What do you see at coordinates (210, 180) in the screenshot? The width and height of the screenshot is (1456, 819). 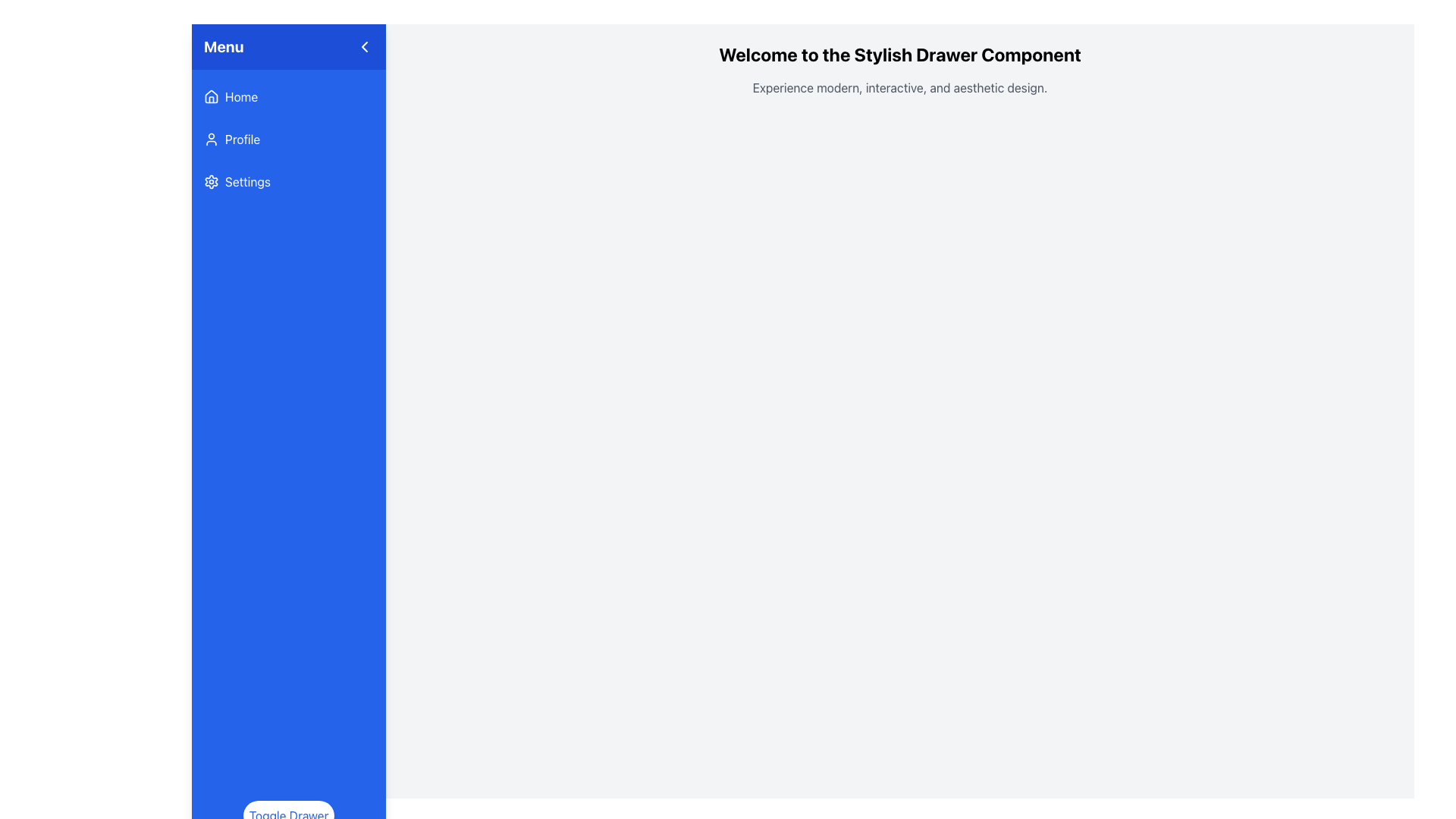 I see `the circular gear icon with a blue fill and white strokes next to the 'Settings' text to interact with the settings menu` at bounding box center [210, 180].